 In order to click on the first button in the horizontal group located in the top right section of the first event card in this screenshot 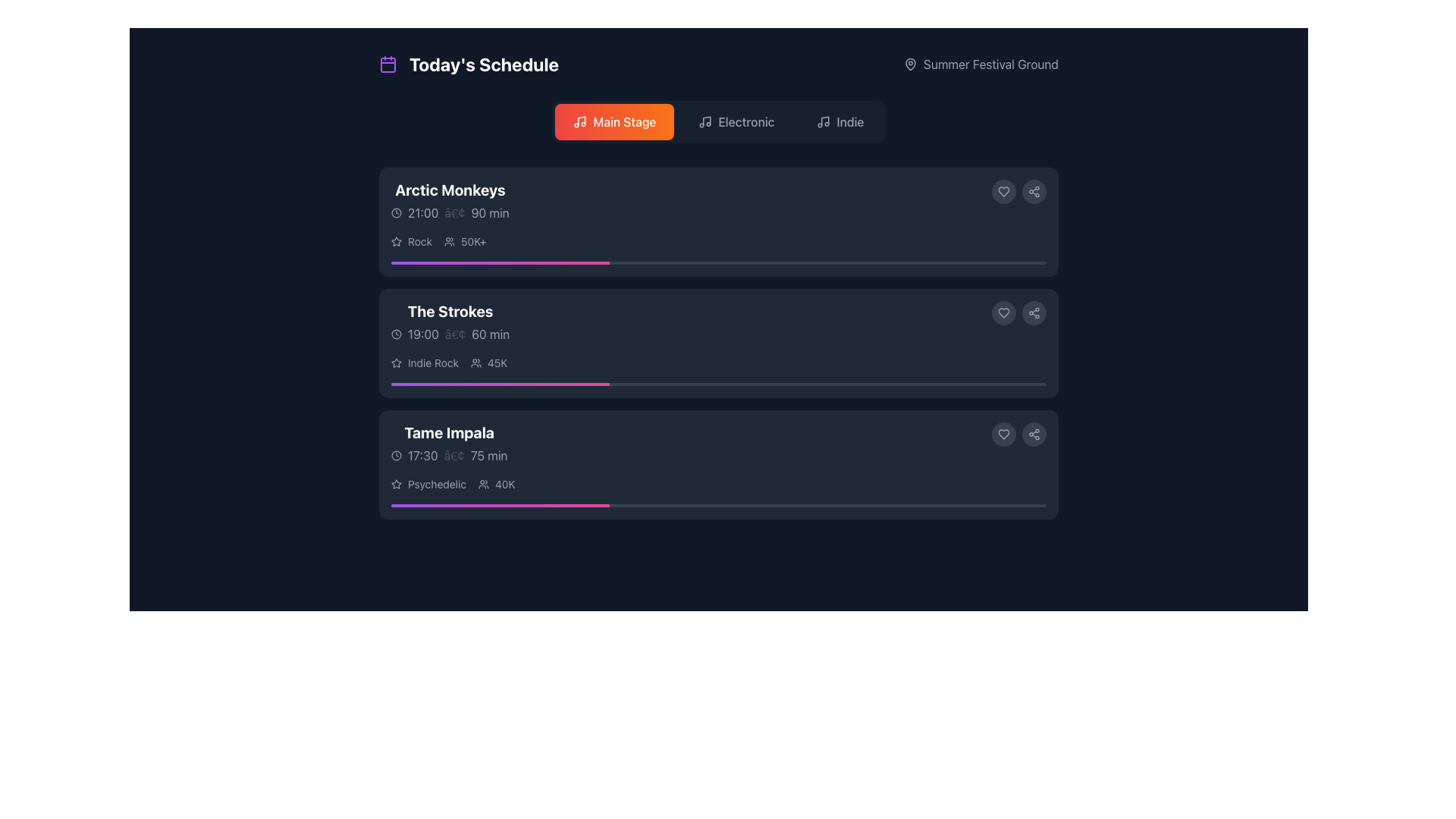, I will do `click(1004, 191)`.